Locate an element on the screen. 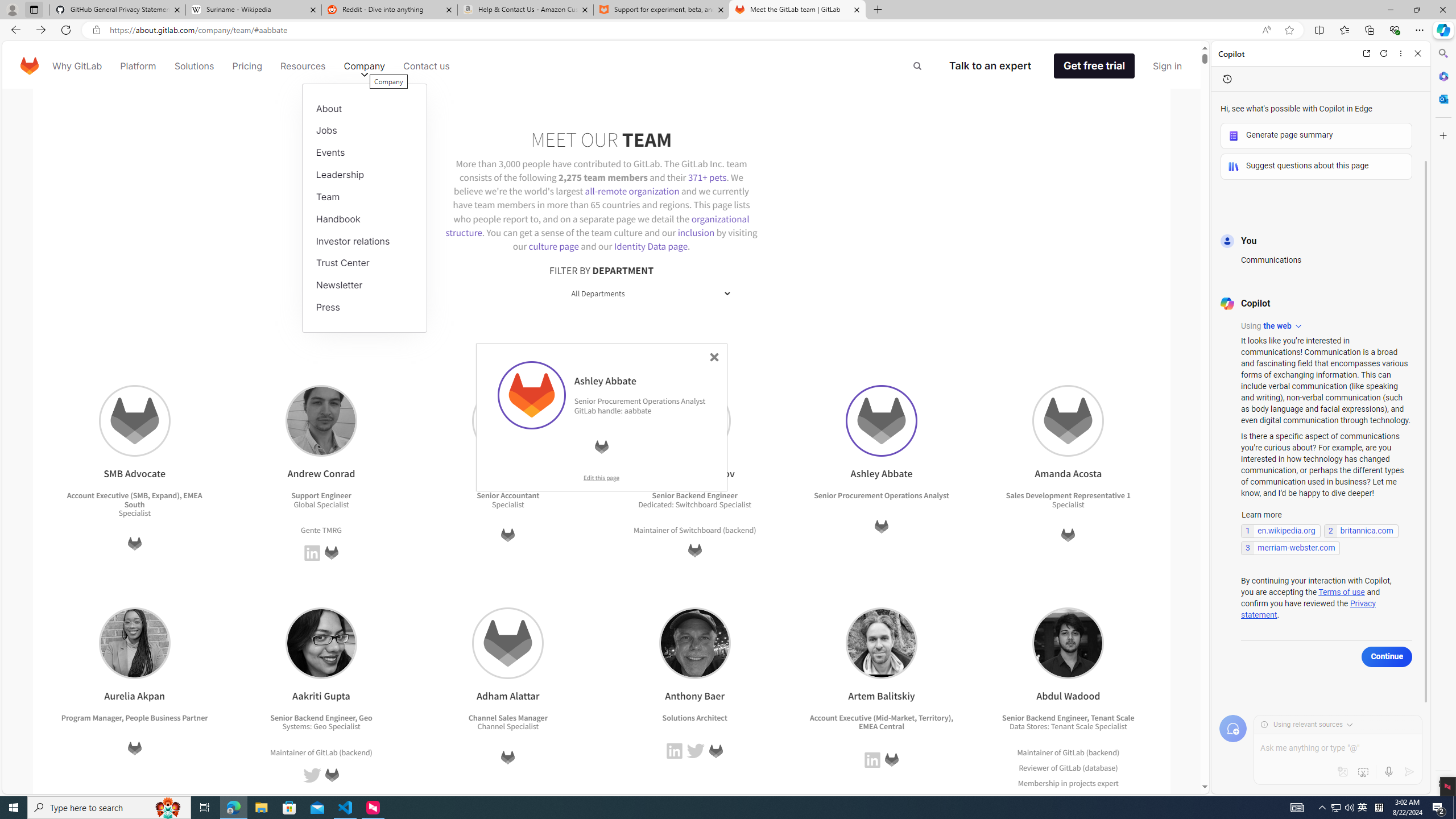  'Anthony Baer' is located at coordinates (694, 642).